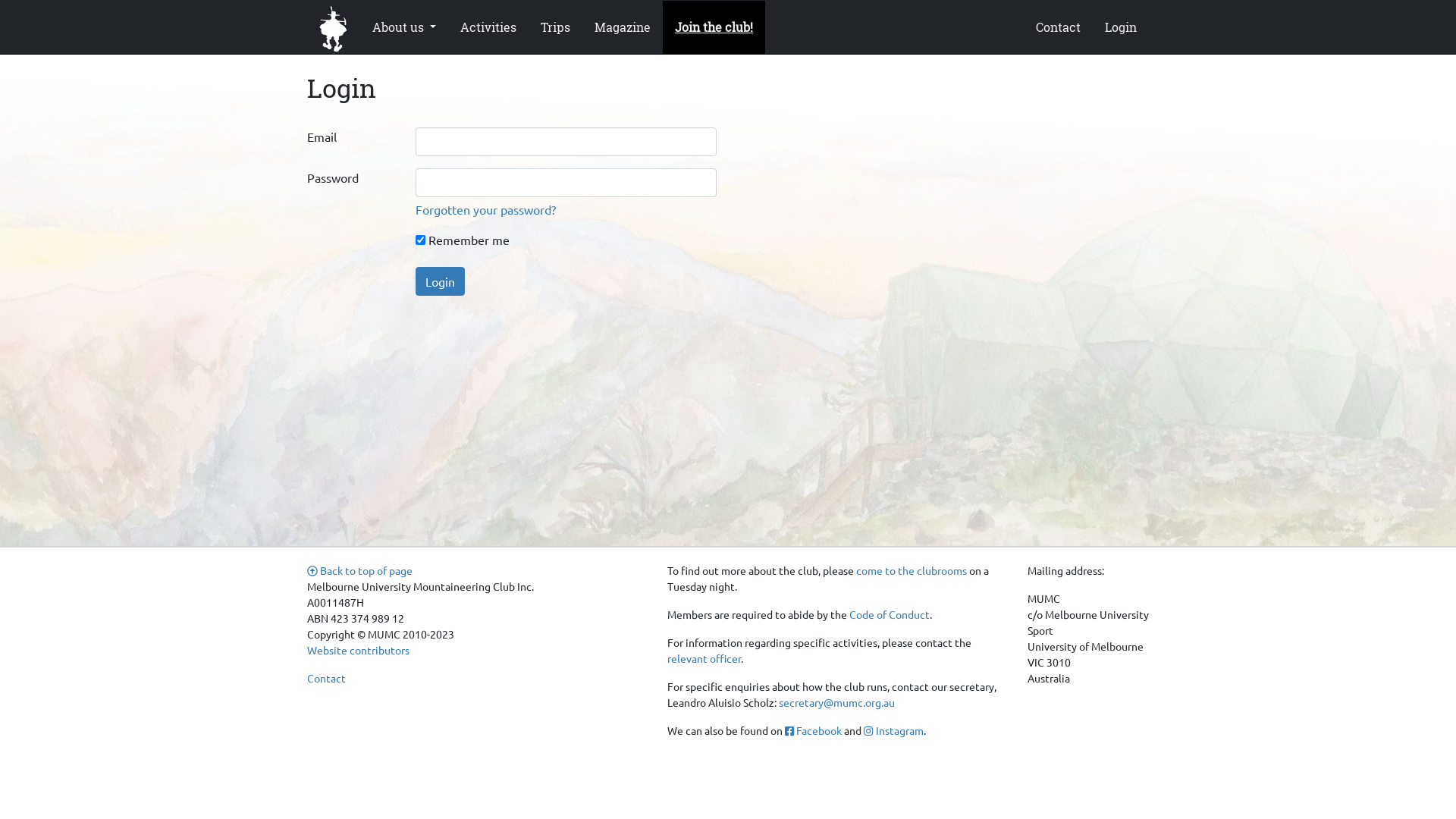  I want to click on 'Home page', so click(333, 26).